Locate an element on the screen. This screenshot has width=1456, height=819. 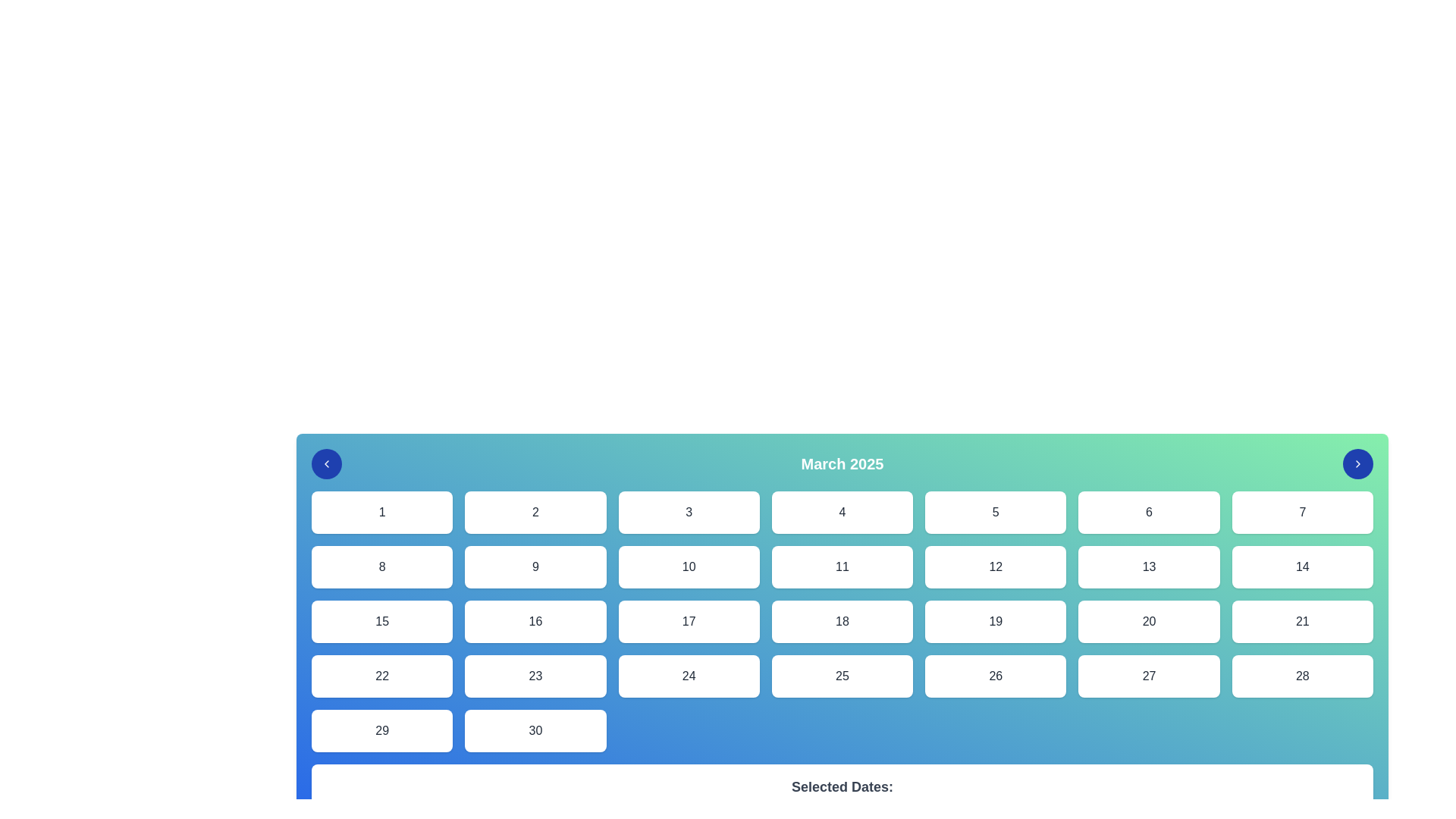
the Text button displaying the number '30' in the bottom-right corner of the grid is located at coordinates (535, 730).